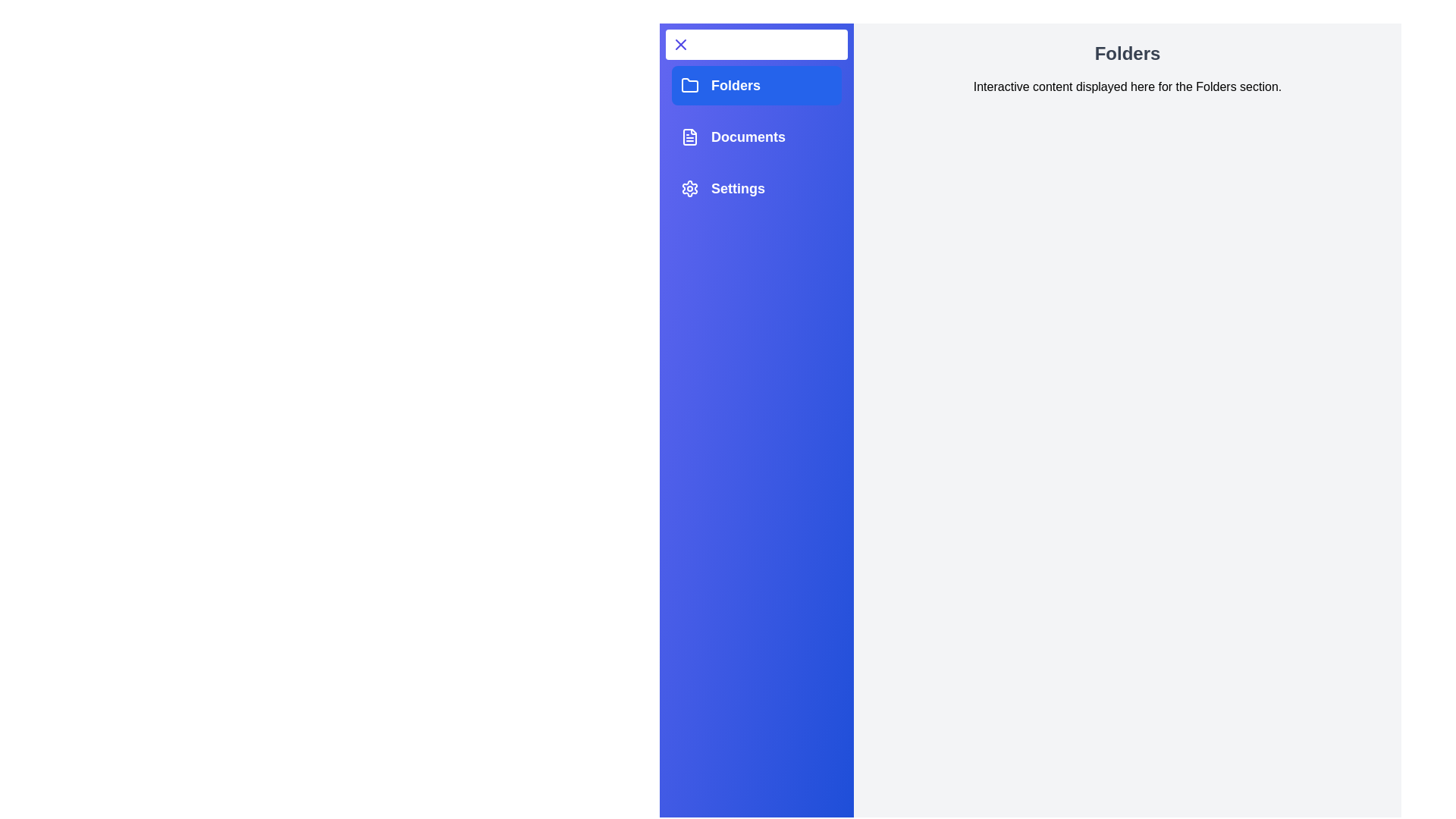 Image resolution: width=1456 pixels, height=819 pixels. Describe the element at coordinates (757, 137) in the screenshot. I see `the Documents tab to observe its hover effect` at that location.